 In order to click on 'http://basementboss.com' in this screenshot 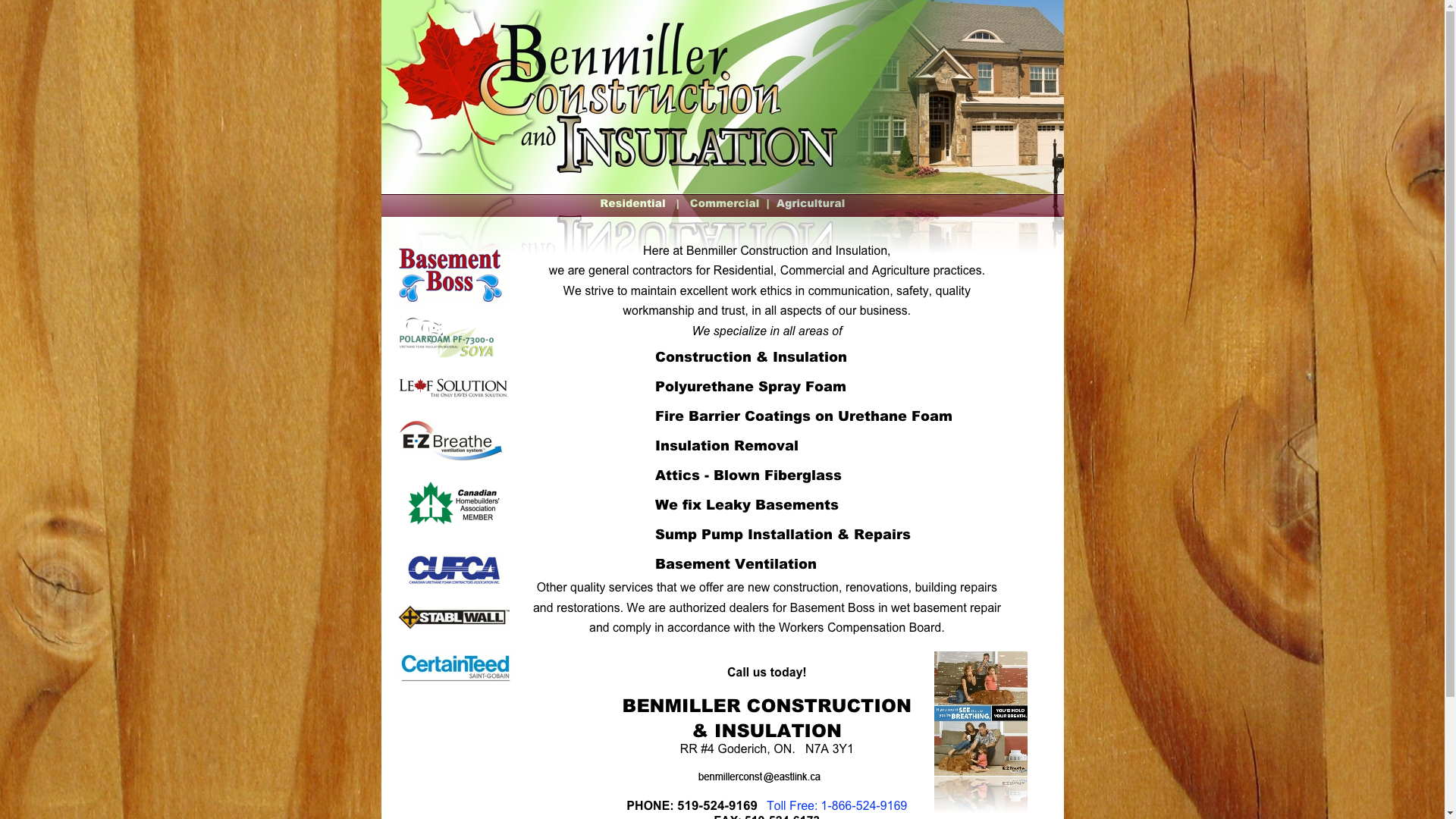, I will do `click(449, 305)`.